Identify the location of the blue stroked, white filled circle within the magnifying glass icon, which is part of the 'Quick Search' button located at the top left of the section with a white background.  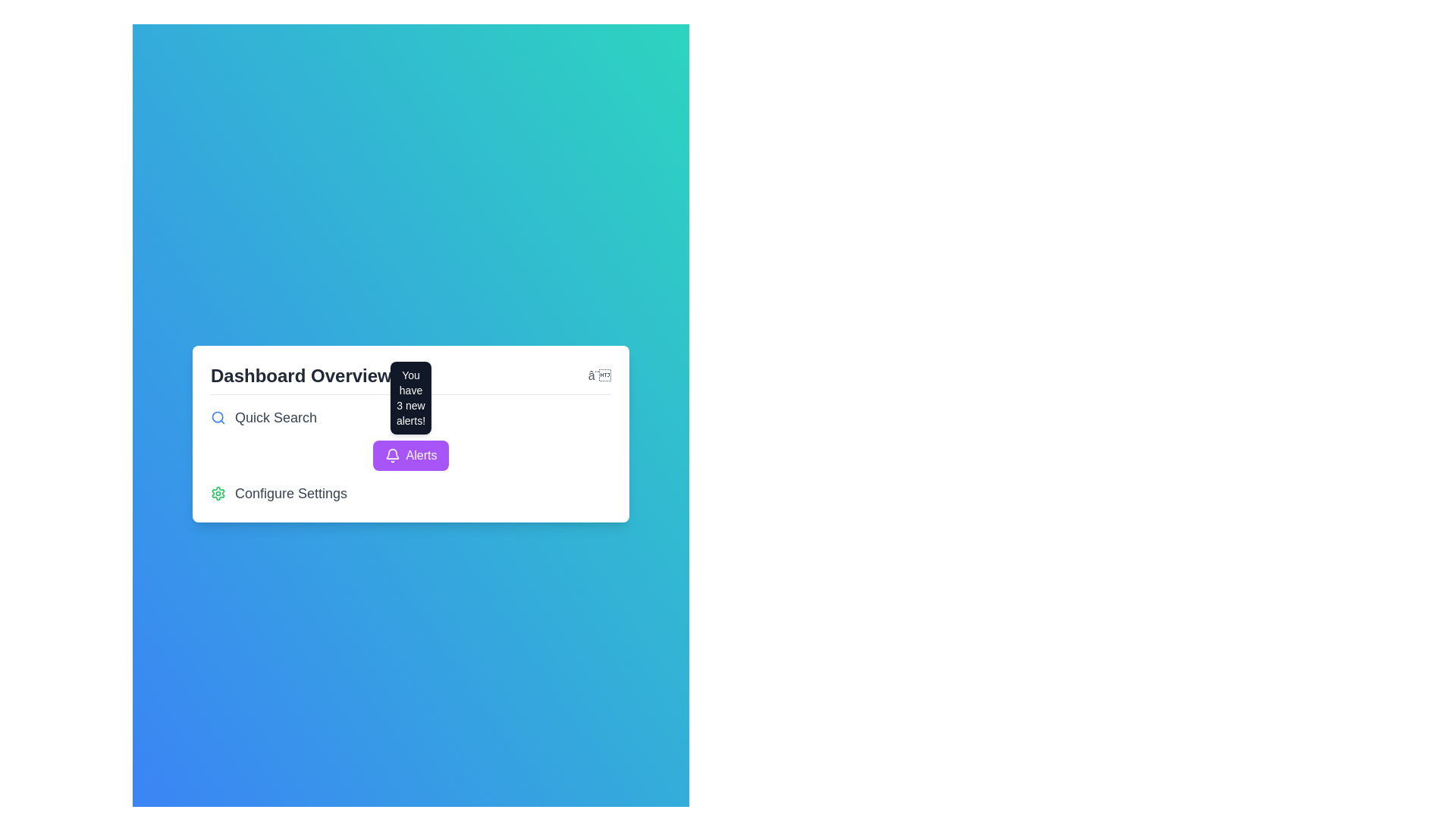
(217, 416).